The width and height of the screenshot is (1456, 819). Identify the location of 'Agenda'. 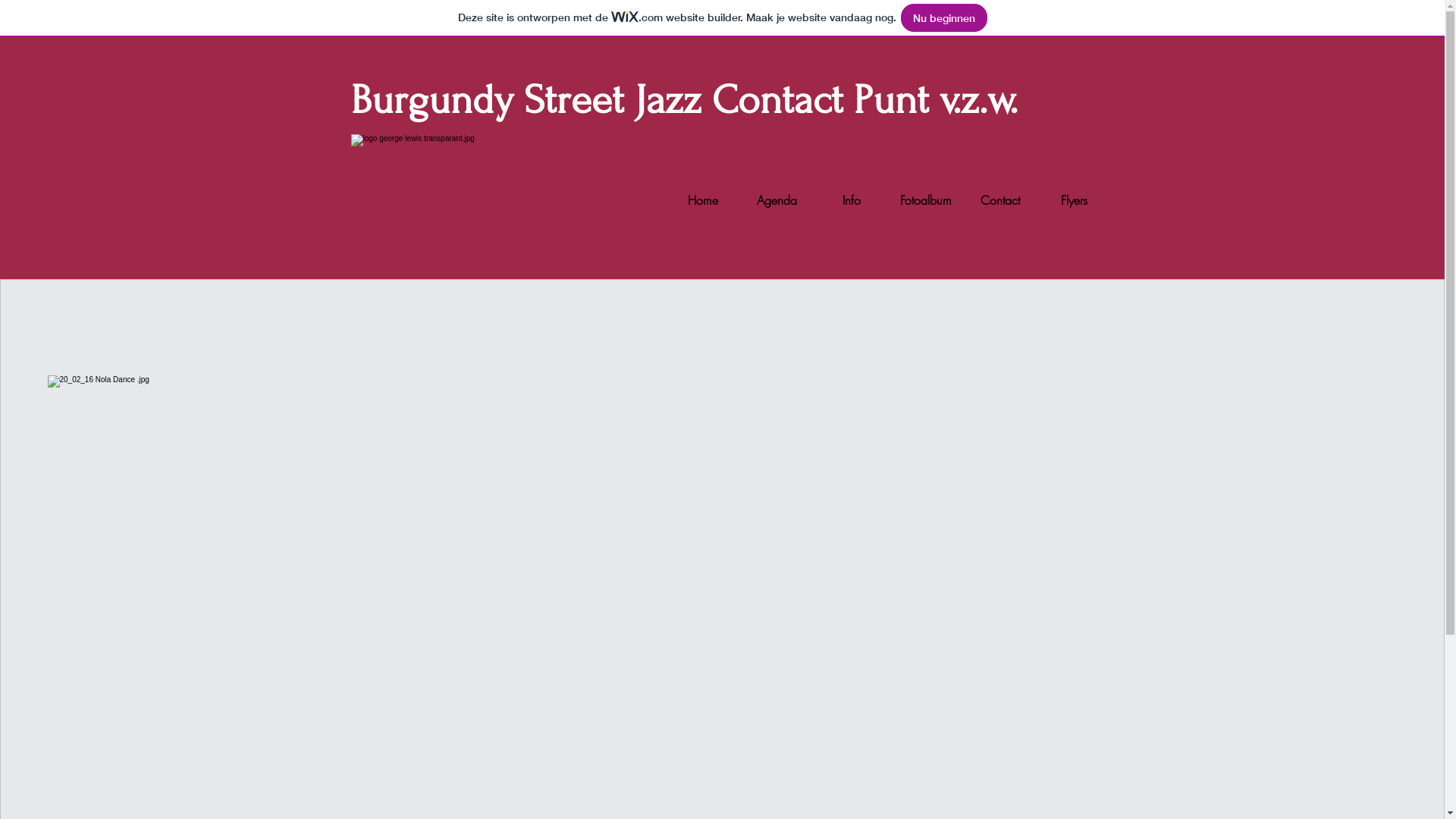
(739, 199).